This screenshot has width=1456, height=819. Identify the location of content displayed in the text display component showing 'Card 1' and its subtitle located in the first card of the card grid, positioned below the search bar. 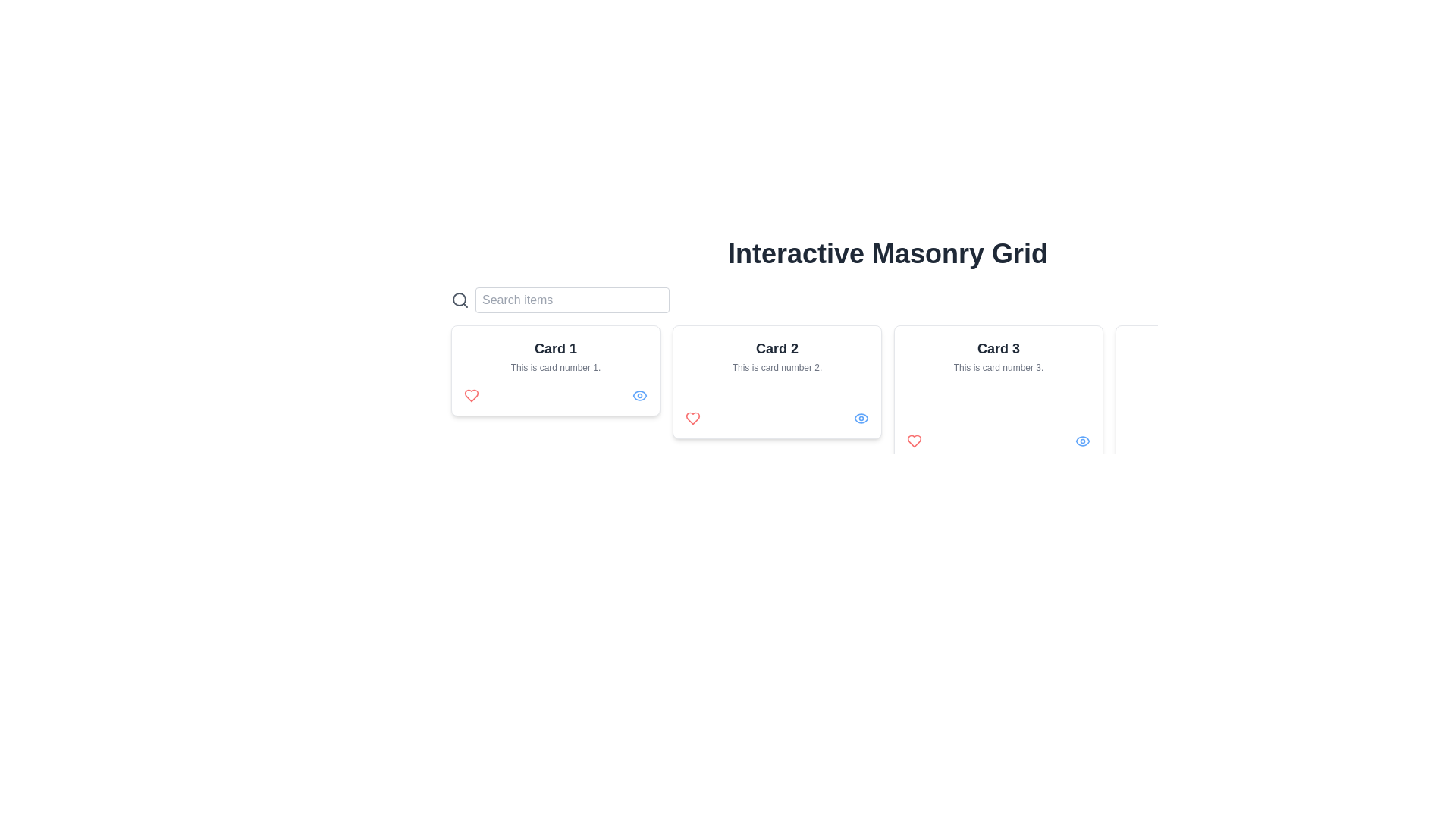
(555, 356).